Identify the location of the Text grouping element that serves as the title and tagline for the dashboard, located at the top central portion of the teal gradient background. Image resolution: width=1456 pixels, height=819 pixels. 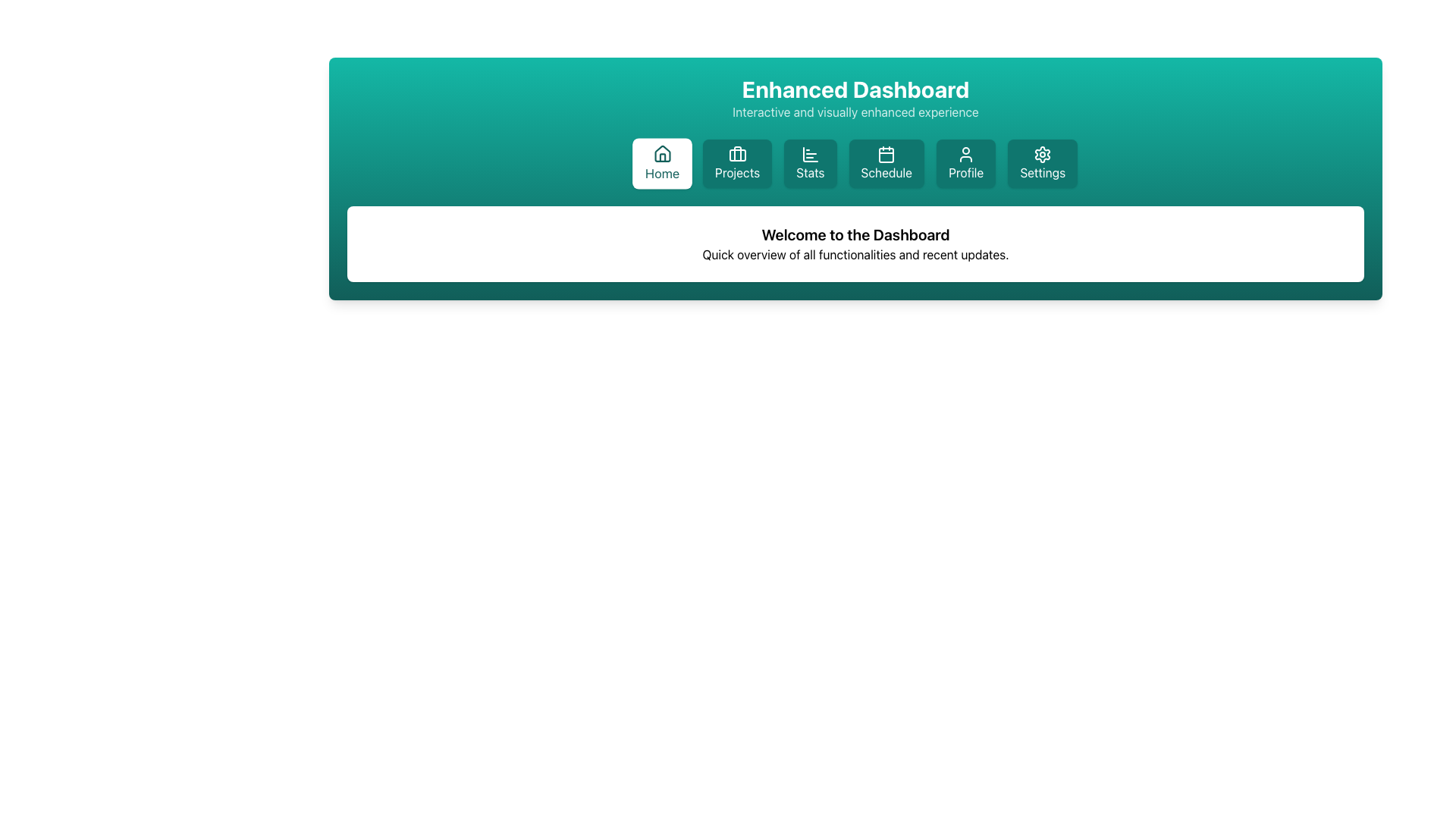
(855, 99).